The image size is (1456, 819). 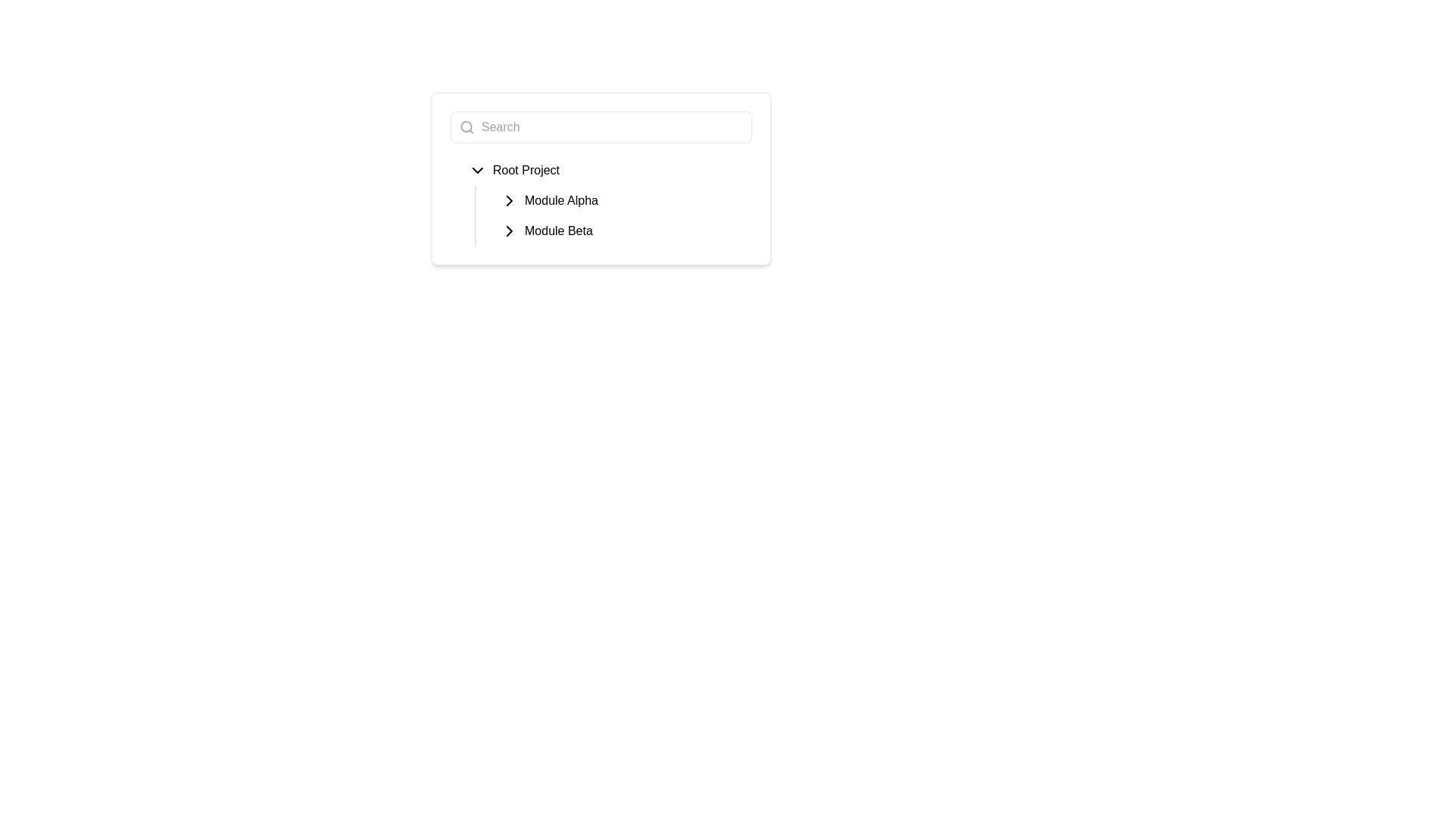 What do you see at coordinates (623, 231) in the screenshot?
I see `the Navigable List Item labeled 'Module Beta', which is the second item in the hierarchical navigation list under the 'Root Project'` at bounding box center [623, 231].